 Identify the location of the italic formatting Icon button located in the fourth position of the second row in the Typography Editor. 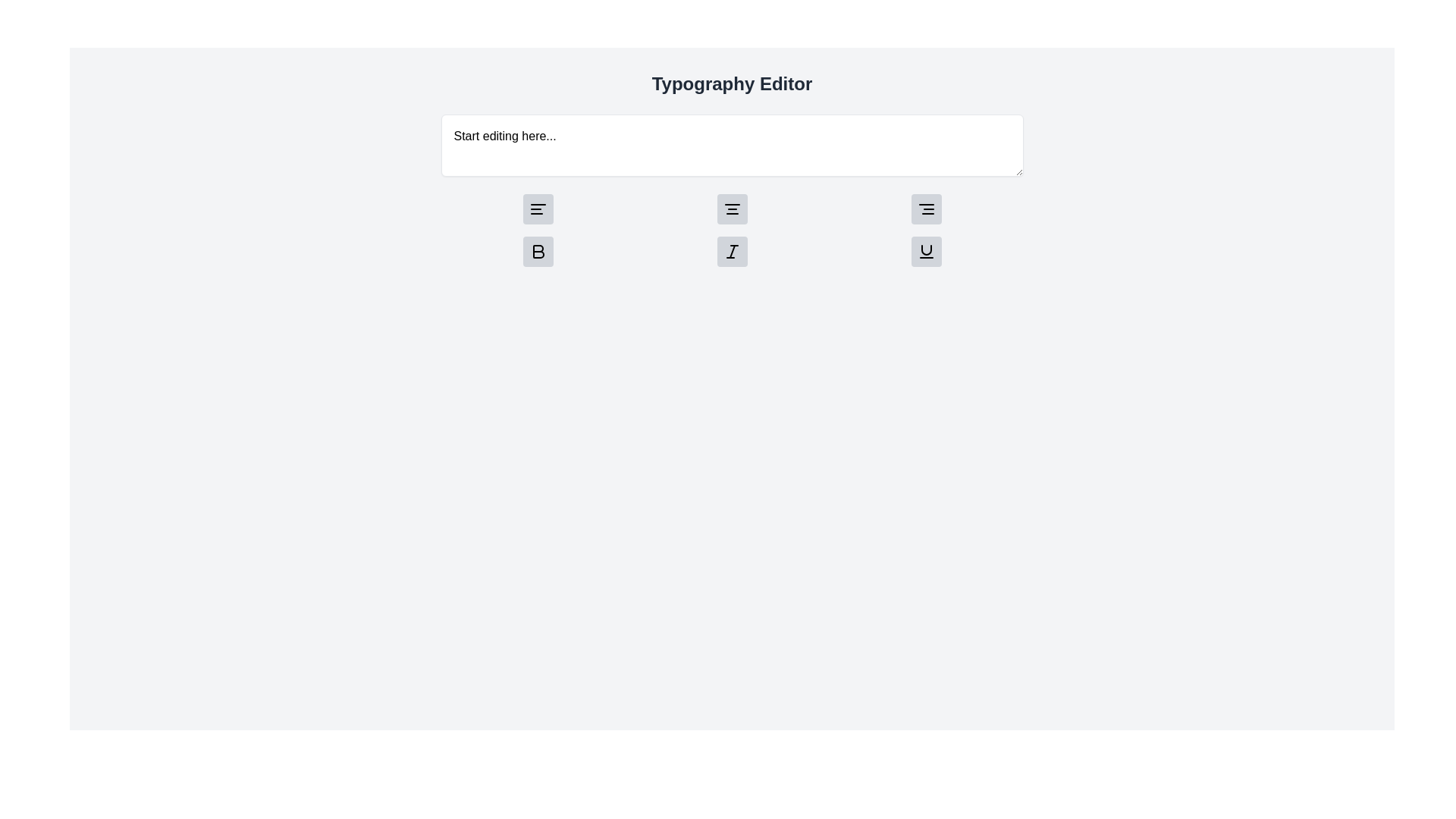
(732, 250).